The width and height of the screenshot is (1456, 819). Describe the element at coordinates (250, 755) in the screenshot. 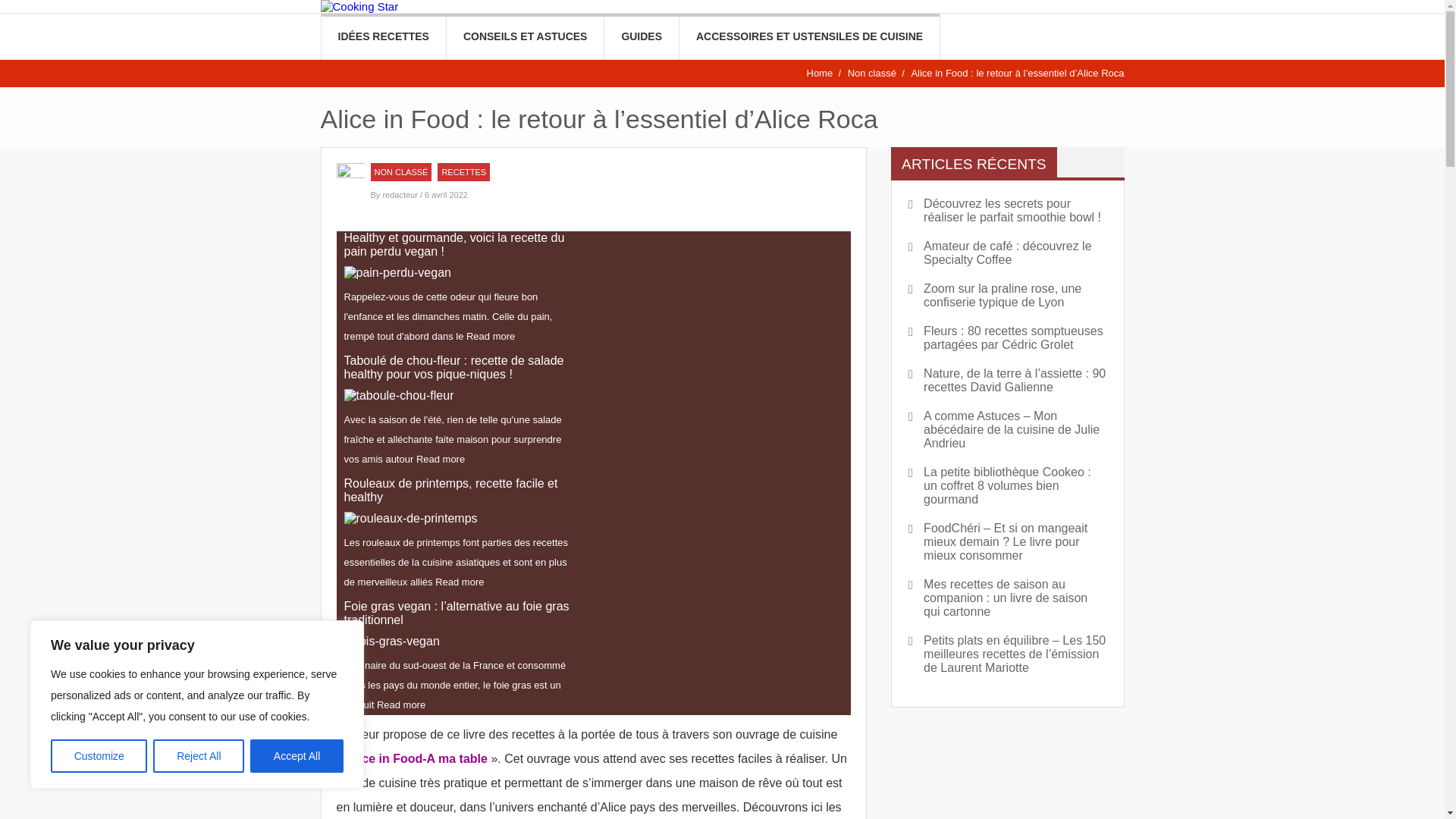

I see `'Accept All'` at that location.